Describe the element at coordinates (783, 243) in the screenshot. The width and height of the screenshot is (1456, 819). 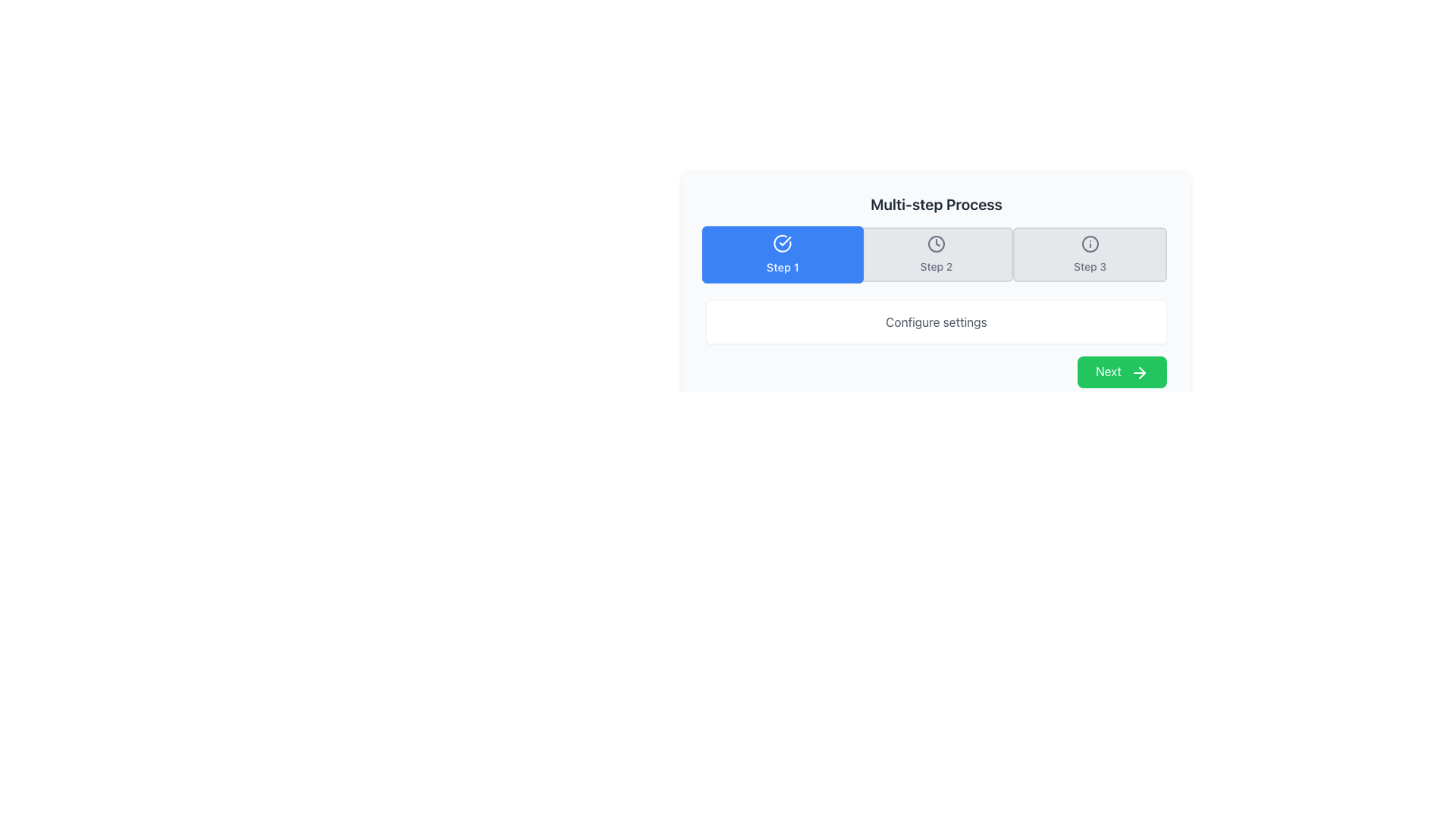
I see `the visual indicator icon within the blue button labeled 'Step 1' in the multi-step process UI, which signifies the current step is active or complete` at that location.